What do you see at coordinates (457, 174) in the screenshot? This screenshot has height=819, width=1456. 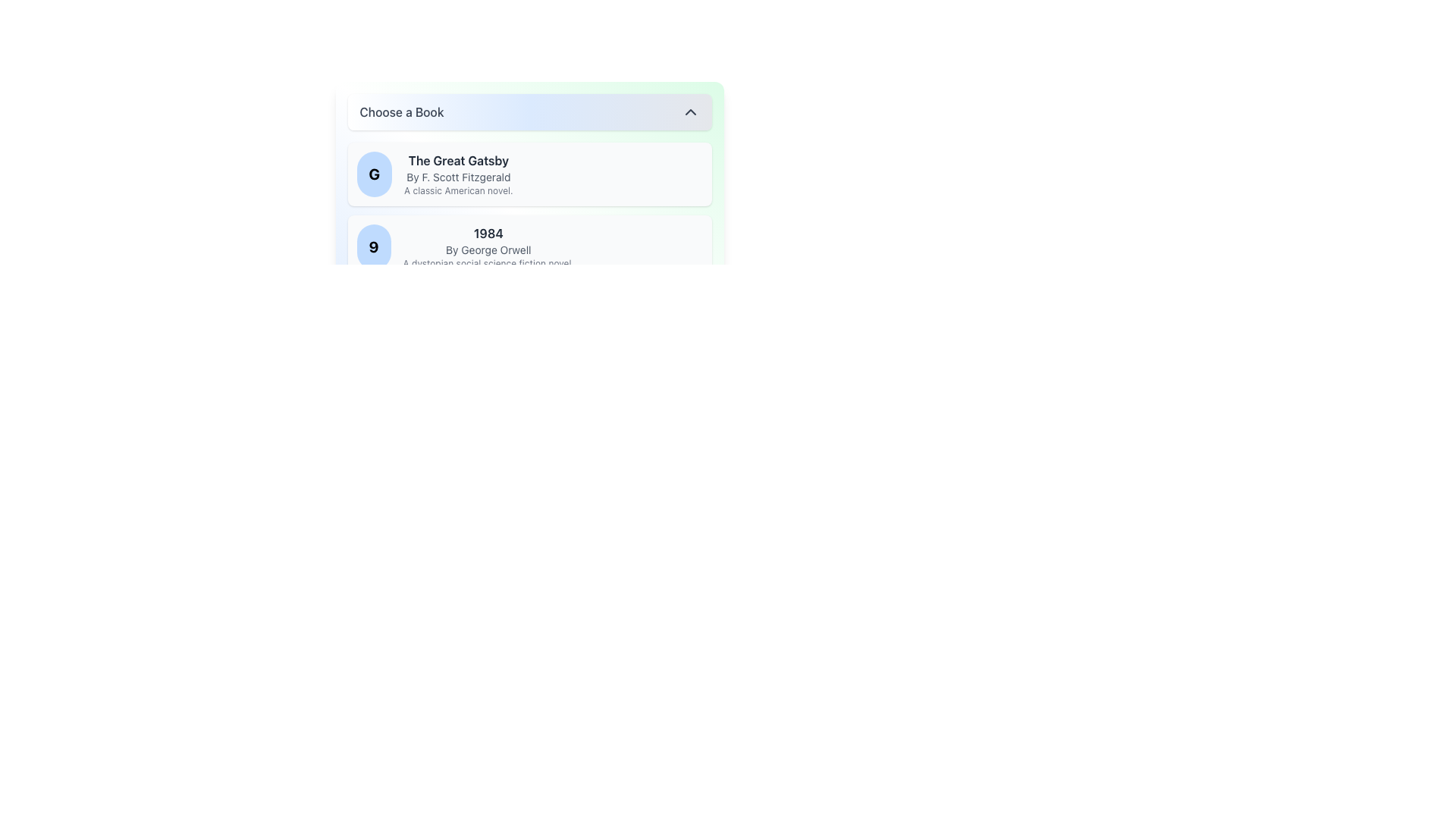 I see `the text block summarizing a book, which includes its title, author, and description, located to the right of the icon labeled 'G' and under the 'Choose a Book' label` at bounding box center [457, 174].